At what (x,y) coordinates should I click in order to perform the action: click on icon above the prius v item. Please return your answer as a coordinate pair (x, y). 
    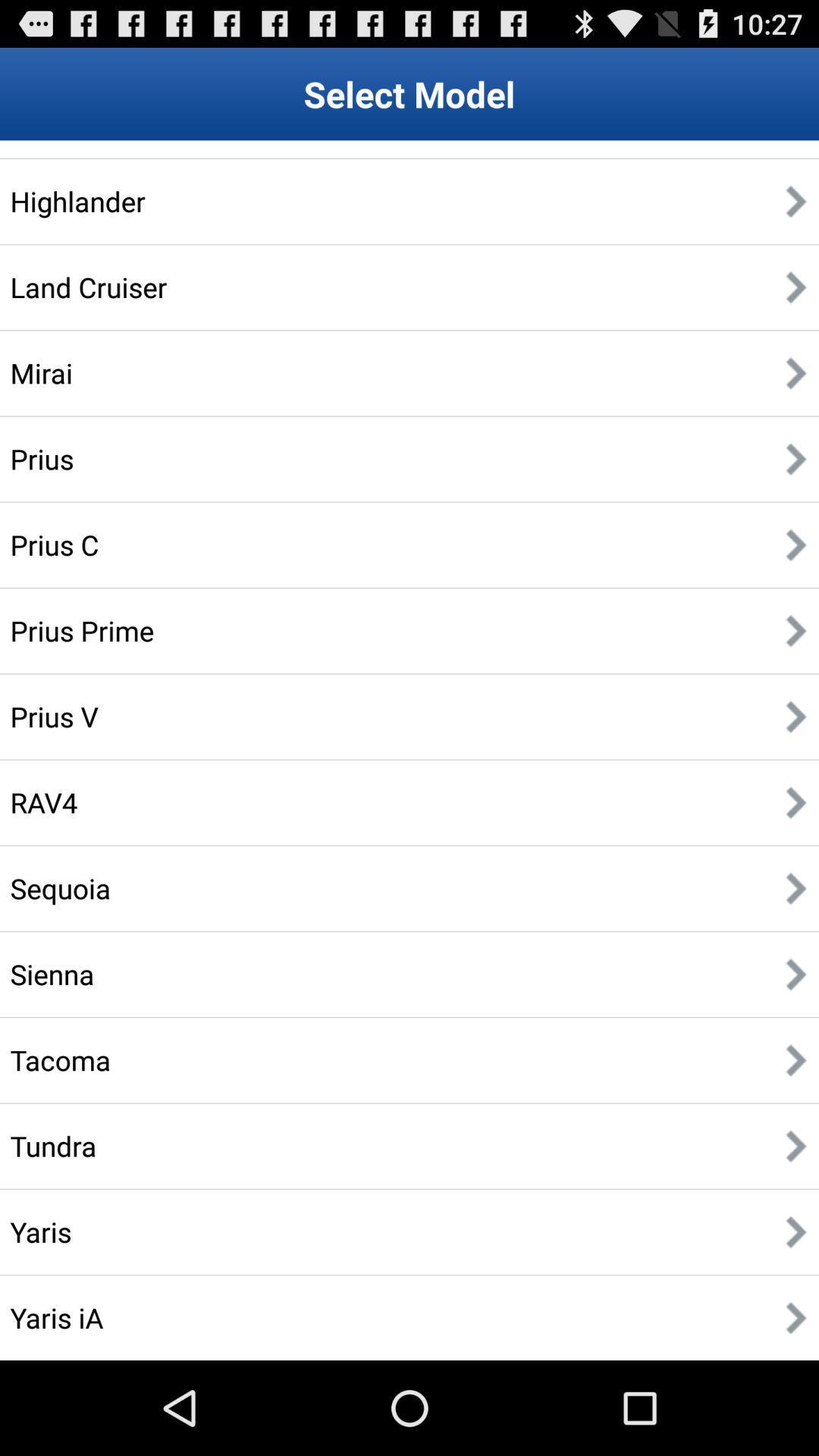
    Looking at the image, I should click on (82, 630).